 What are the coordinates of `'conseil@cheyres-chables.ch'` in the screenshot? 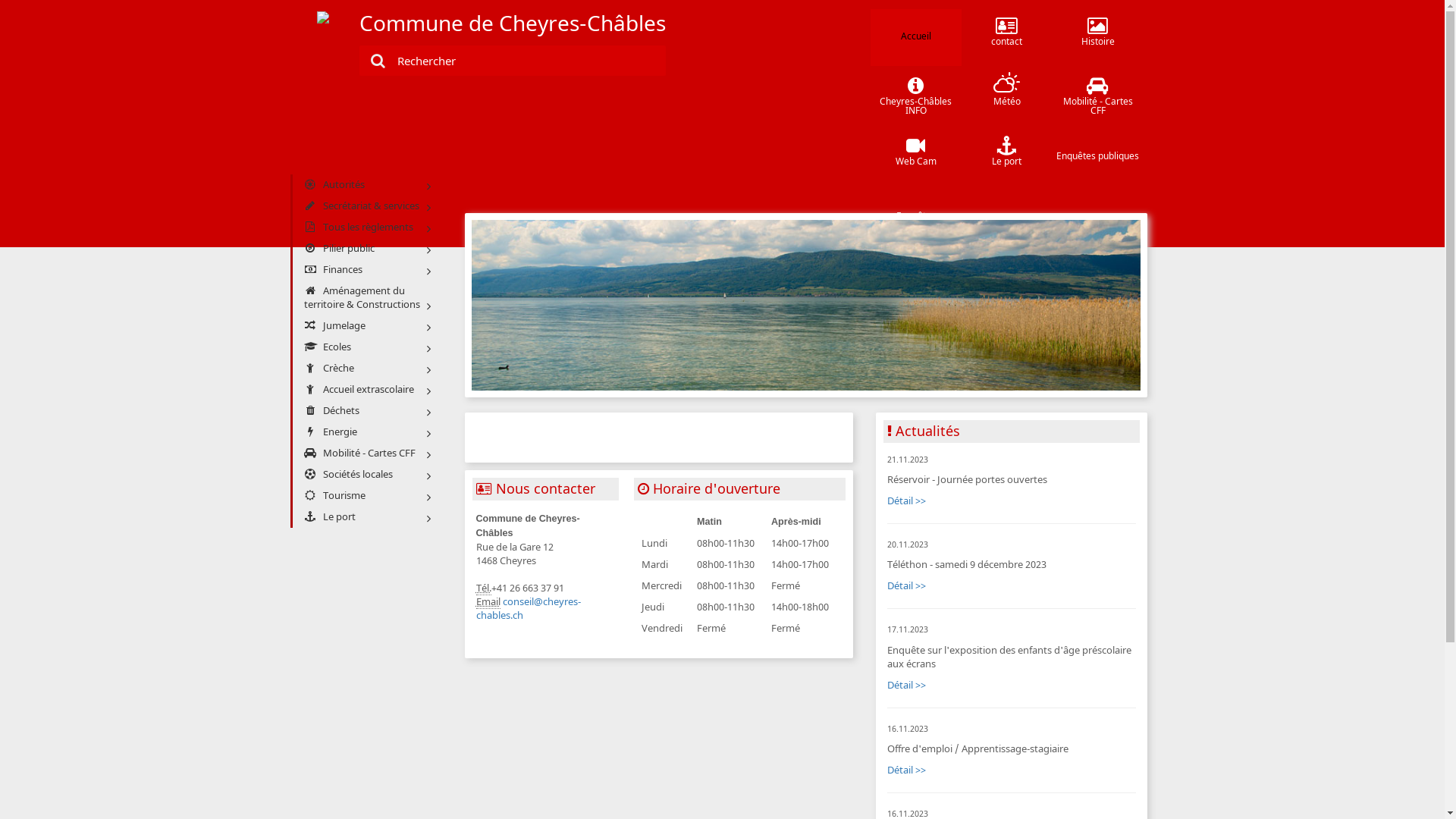 It's located at (528, 607).